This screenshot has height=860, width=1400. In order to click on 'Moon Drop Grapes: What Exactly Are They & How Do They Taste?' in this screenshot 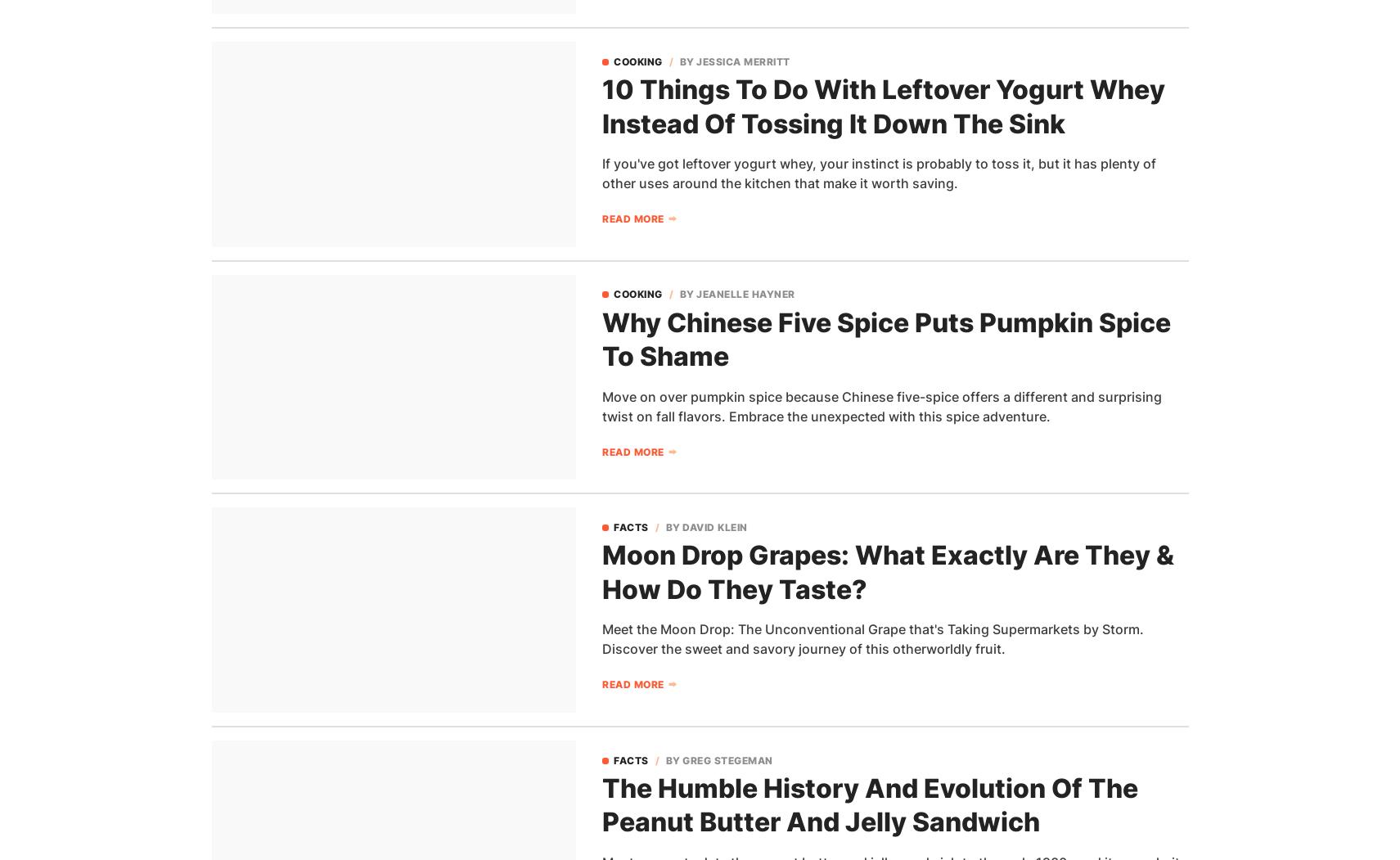, I will do `click(888, 571)`.